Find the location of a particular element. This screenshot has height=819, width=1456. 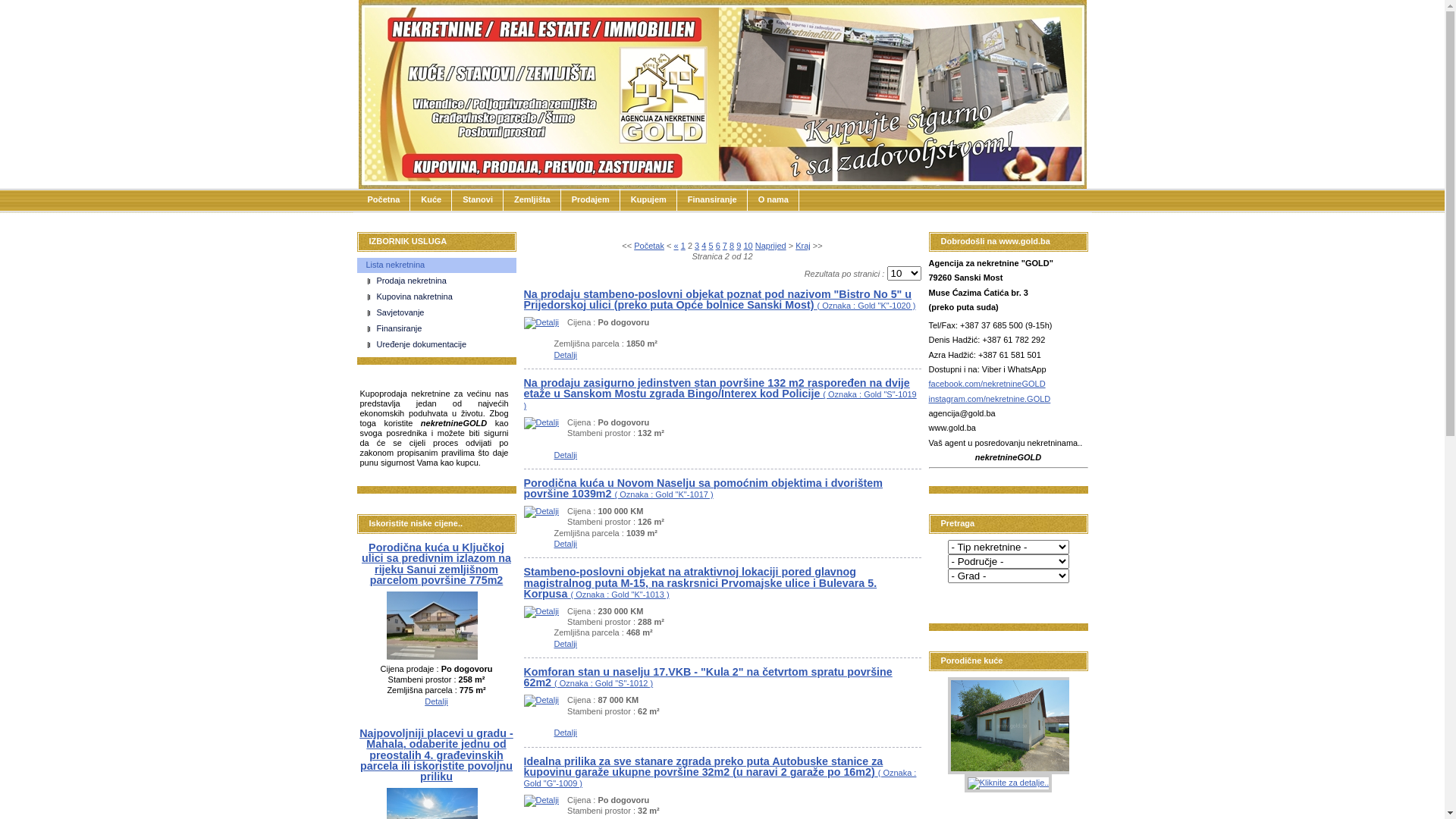

'Lista nekretnina' is located at coordinates (356, 265).